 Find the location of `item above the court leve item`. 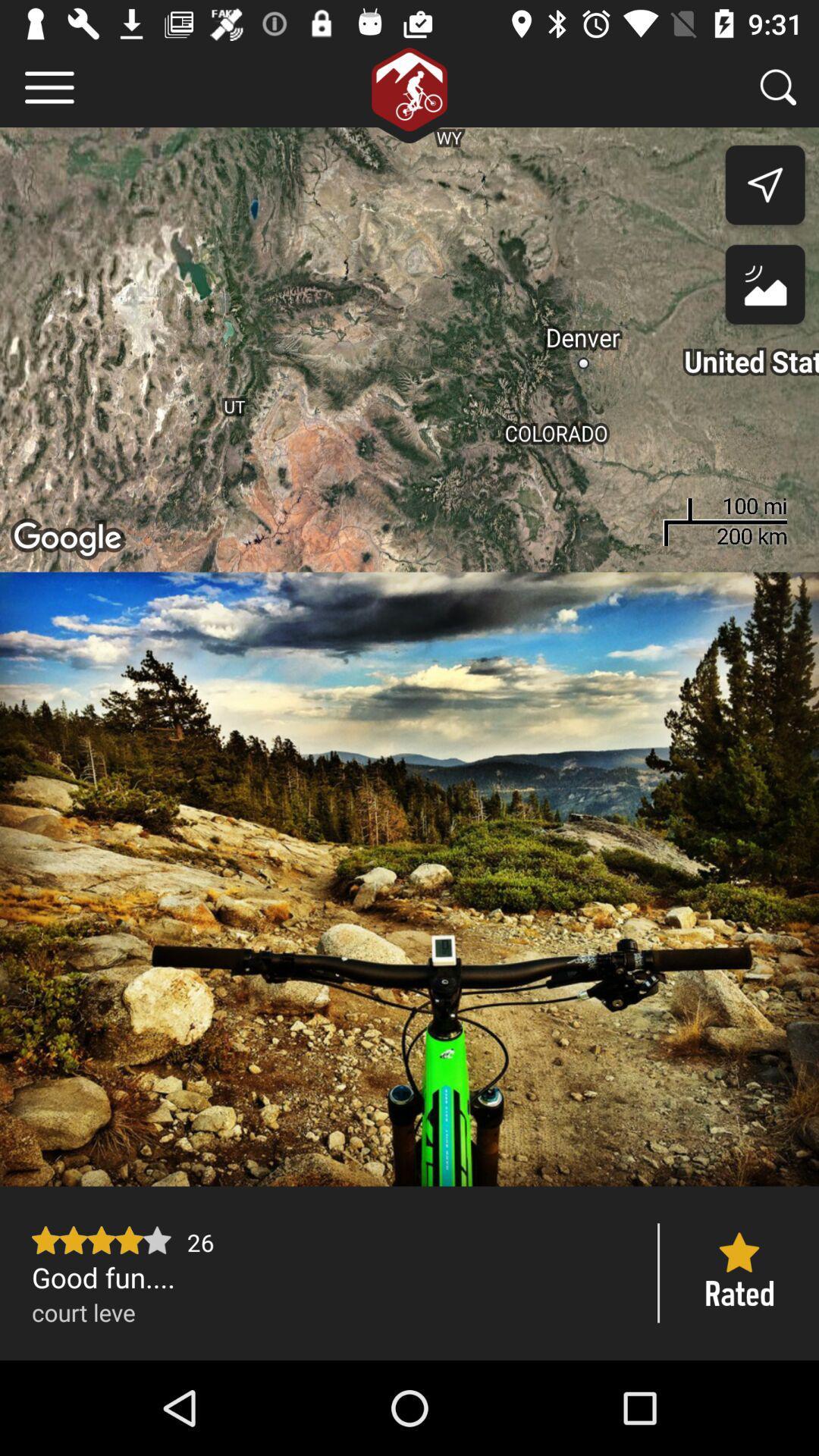

item above the court leve item is located at coordinates (329, 1276).